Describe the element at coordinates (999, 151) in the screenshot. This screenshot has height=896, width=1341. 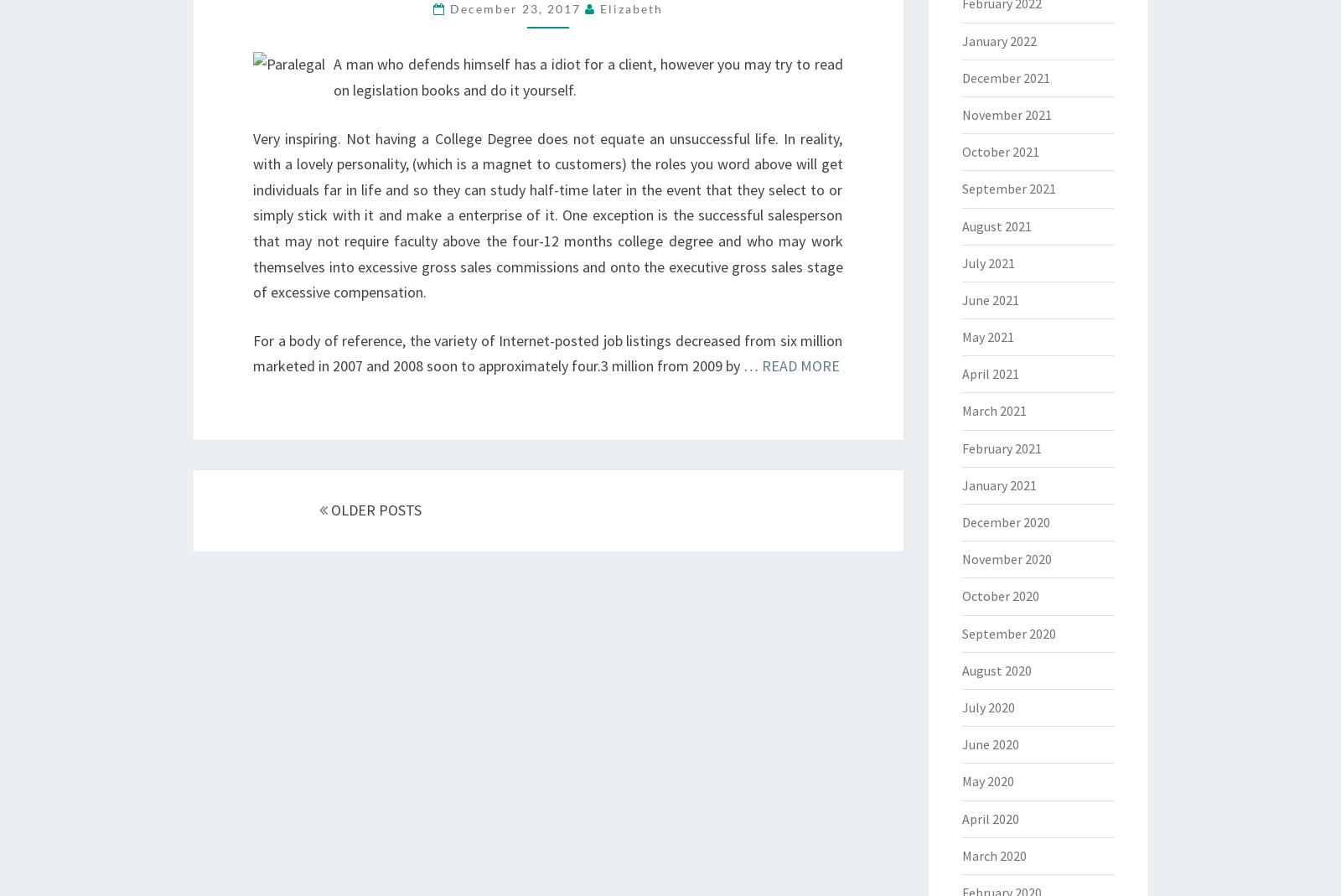
I see `'October 2021'` at that location.